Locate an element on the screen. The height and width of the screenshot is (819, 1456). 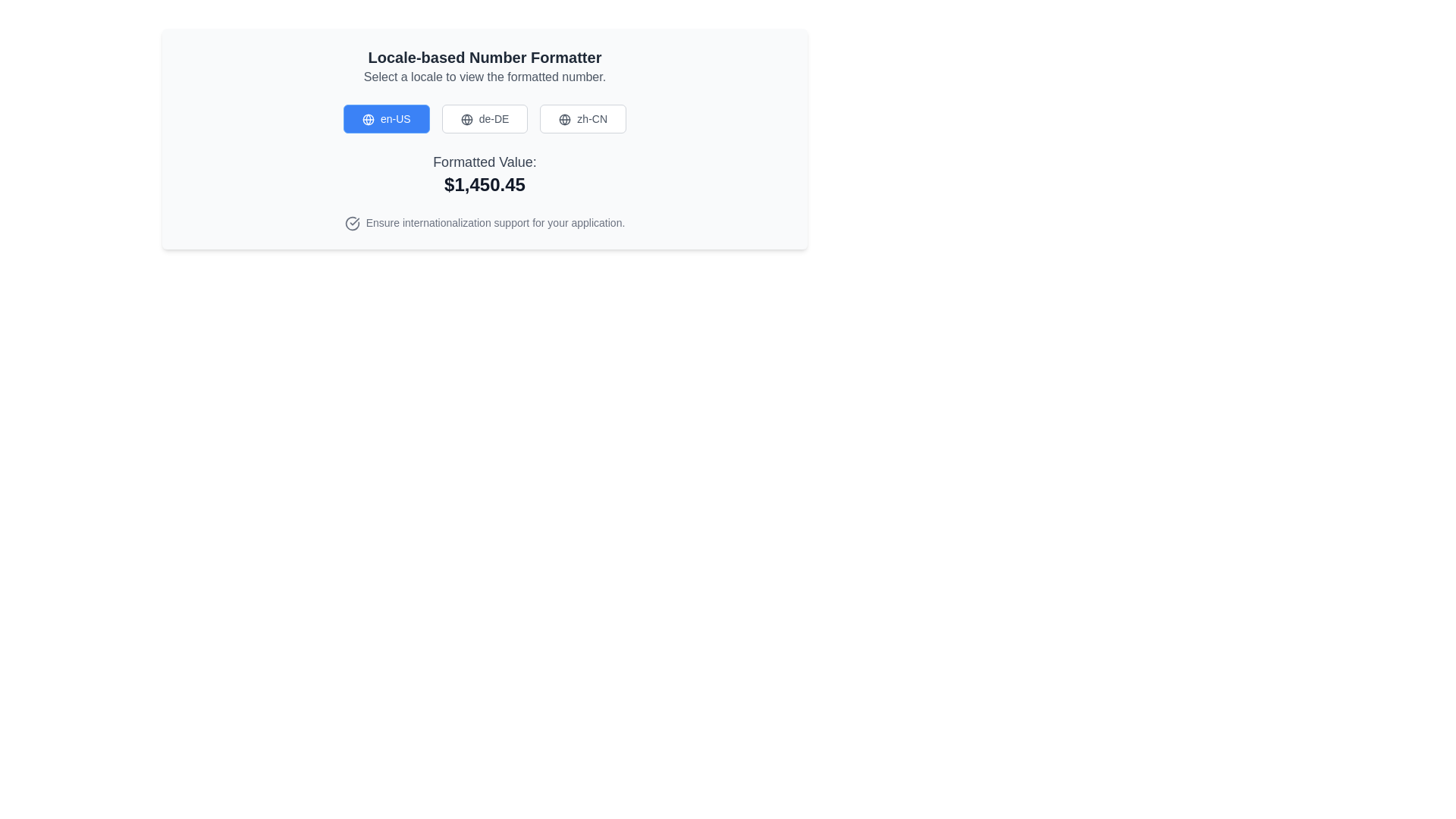
the globe icon is located at coordinates (466, 119).